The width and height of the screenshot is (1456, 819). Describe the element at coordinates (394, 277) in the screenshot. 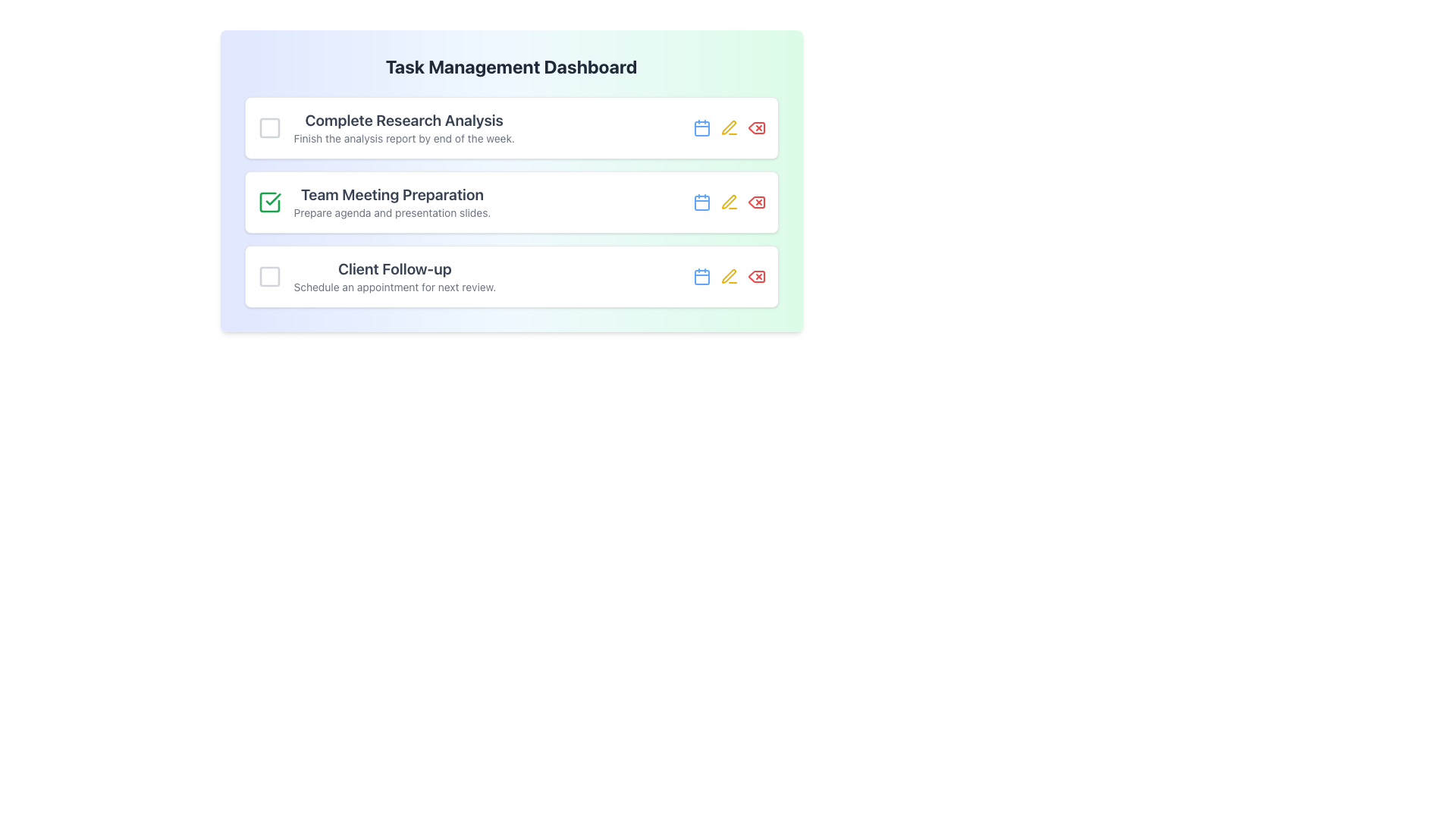

I see `the text label in the third task card that serves as the title and description for scheduling a follow-up appointment` at that location.